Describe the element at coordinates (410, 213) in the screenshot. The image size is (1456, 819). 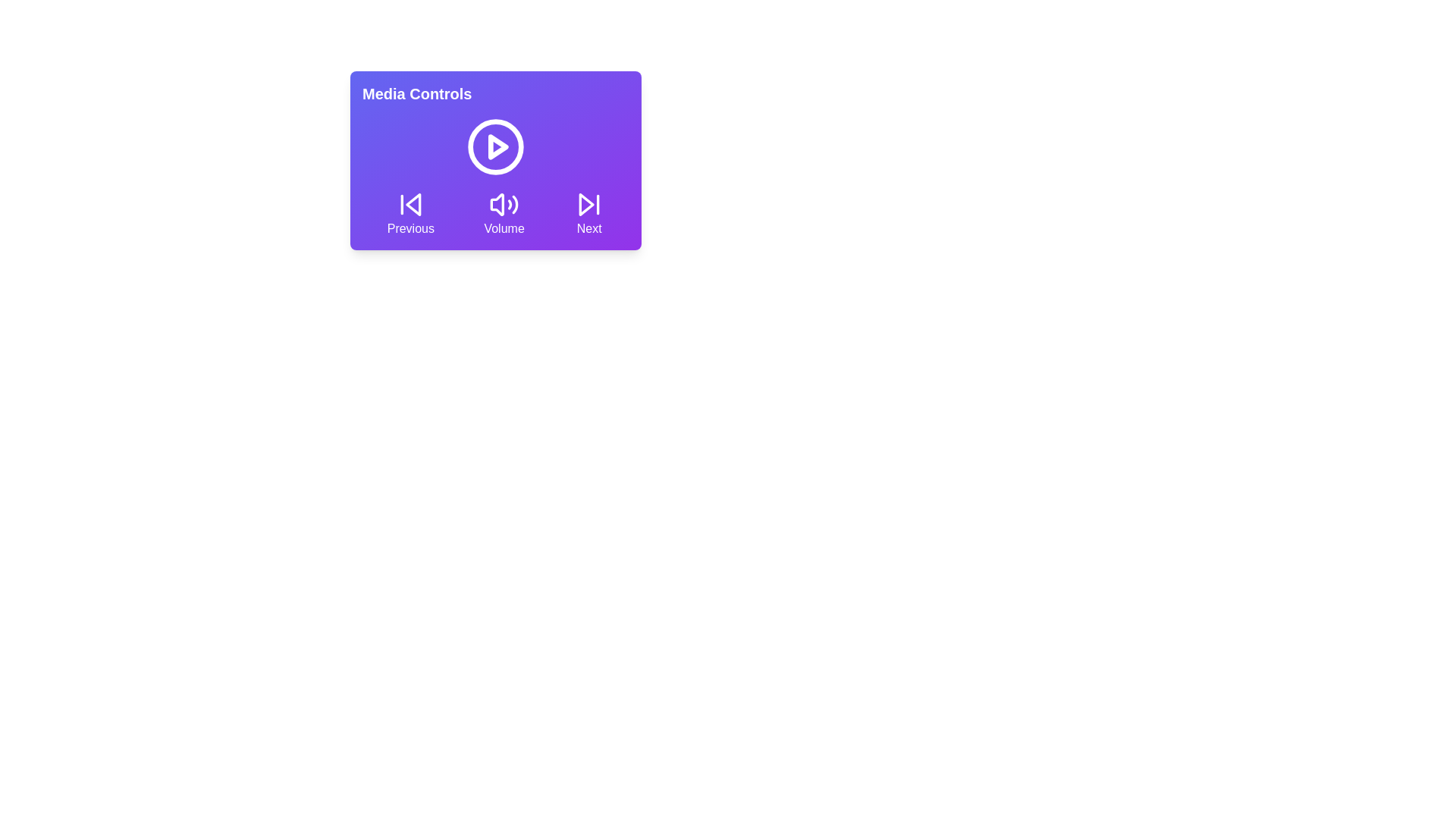
I see `the Previous button to view its hover effect` at that location.